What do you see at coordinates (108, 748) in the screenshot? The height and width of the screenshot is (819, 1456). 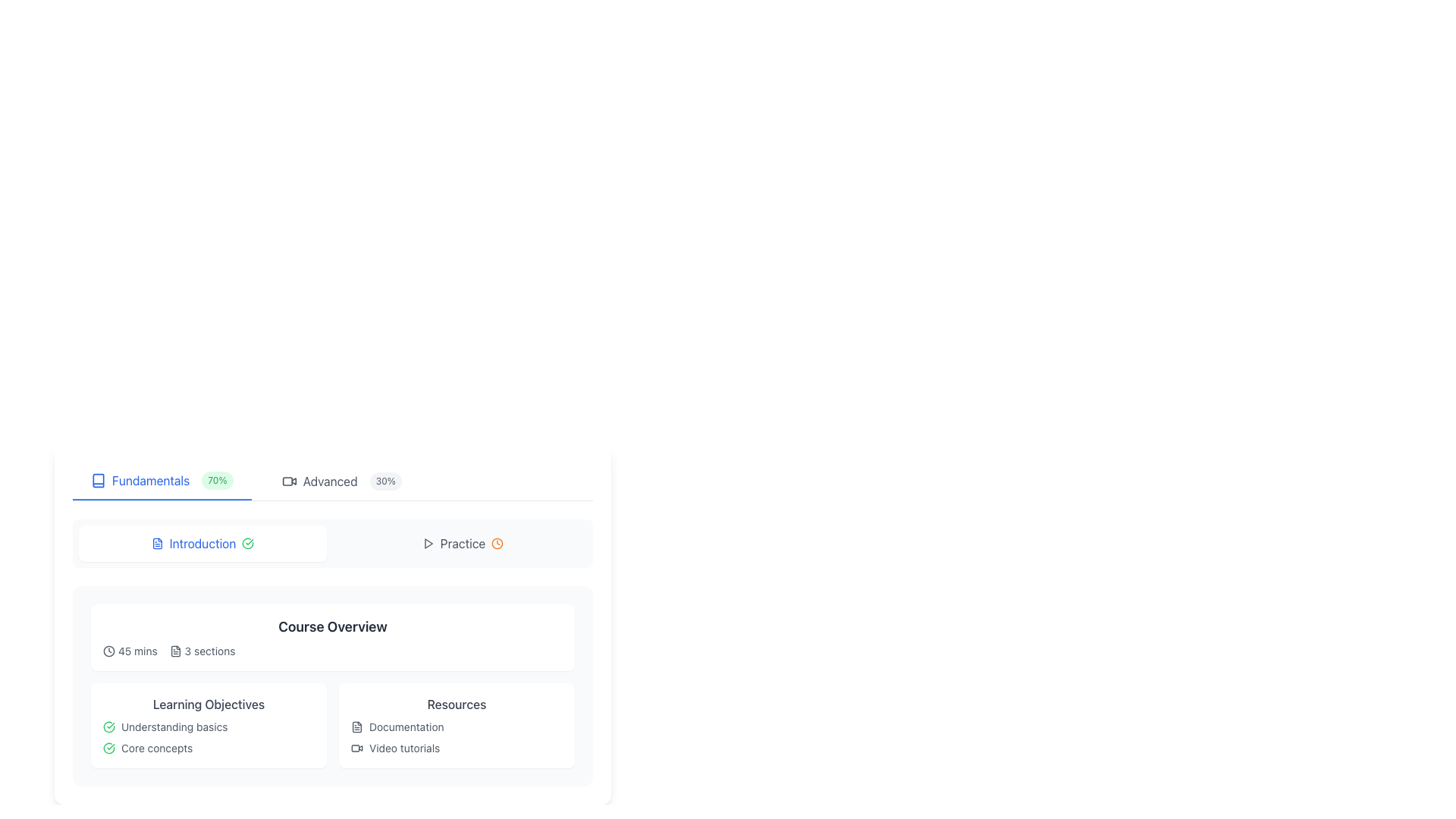 I see `the leftmost icon that indicates the completion status for 'Core concepts.'` at bounding box center [108, 748].